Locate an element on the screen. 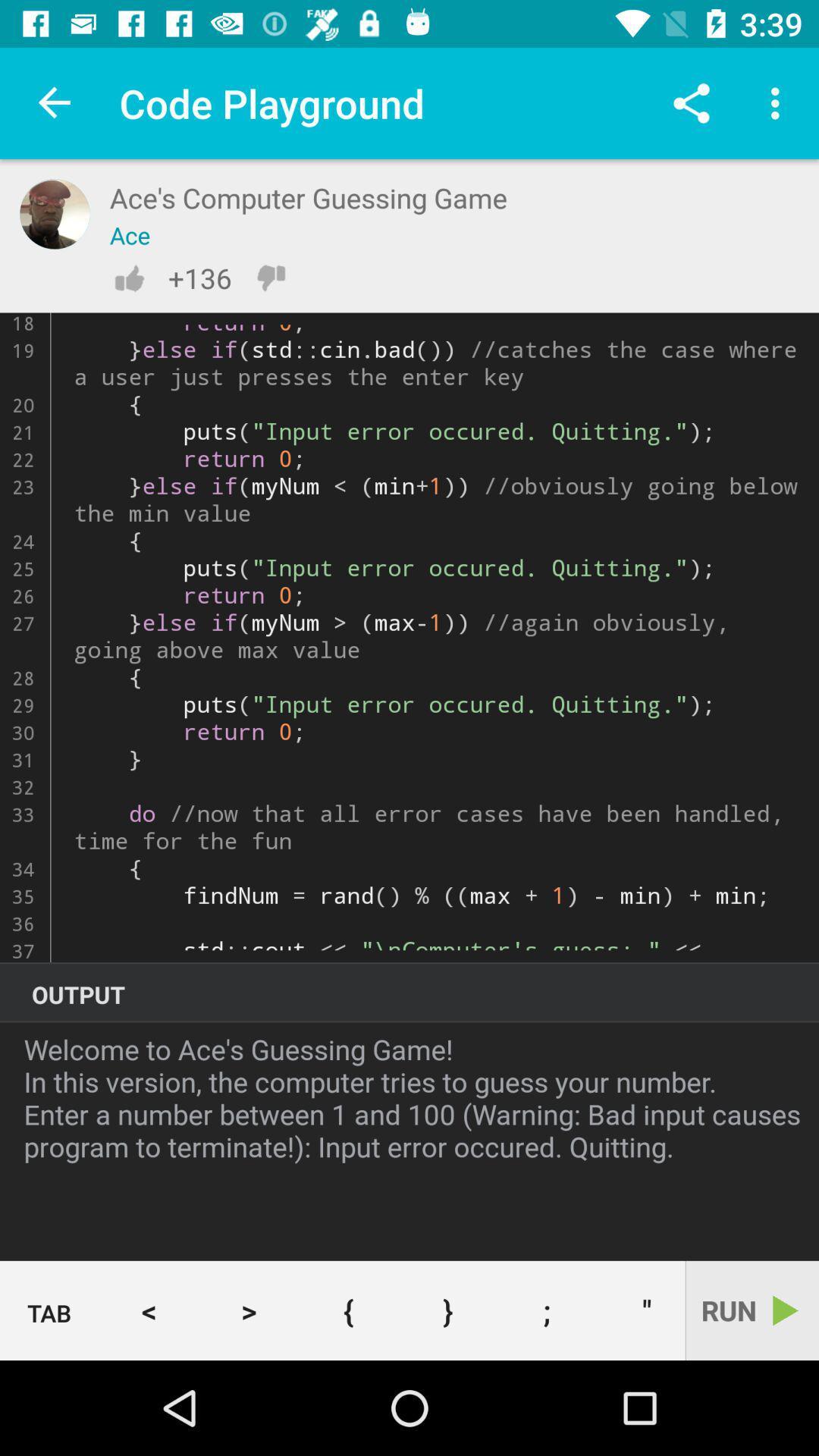 This screenshot has height=1456, width=819. icon below the welcome to ace icon is located at coordinates (447, 1310).